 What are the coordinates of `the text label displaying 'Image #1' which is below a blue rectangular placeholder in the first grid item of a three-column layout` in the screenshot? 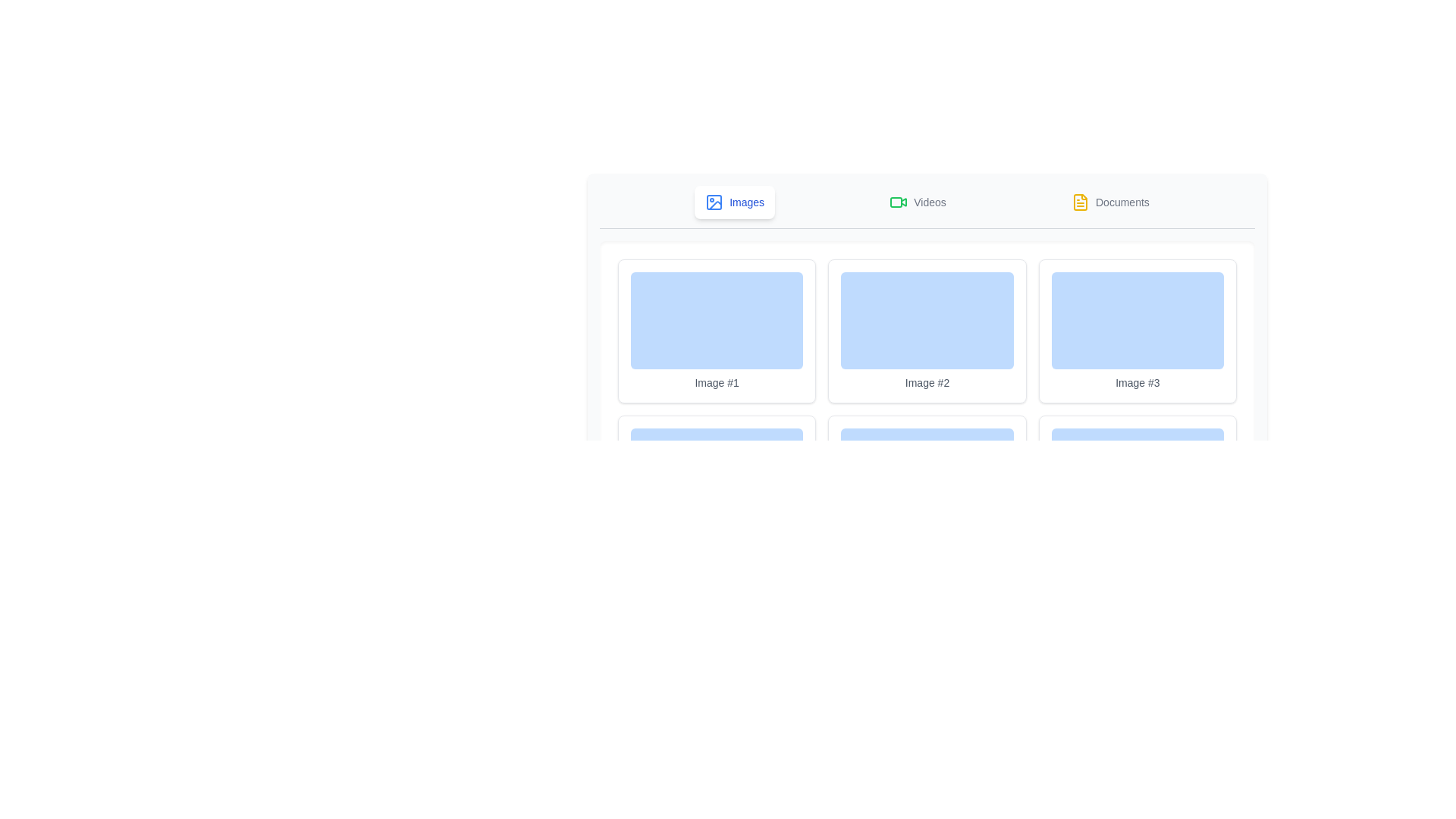 It's located at (716, 382).